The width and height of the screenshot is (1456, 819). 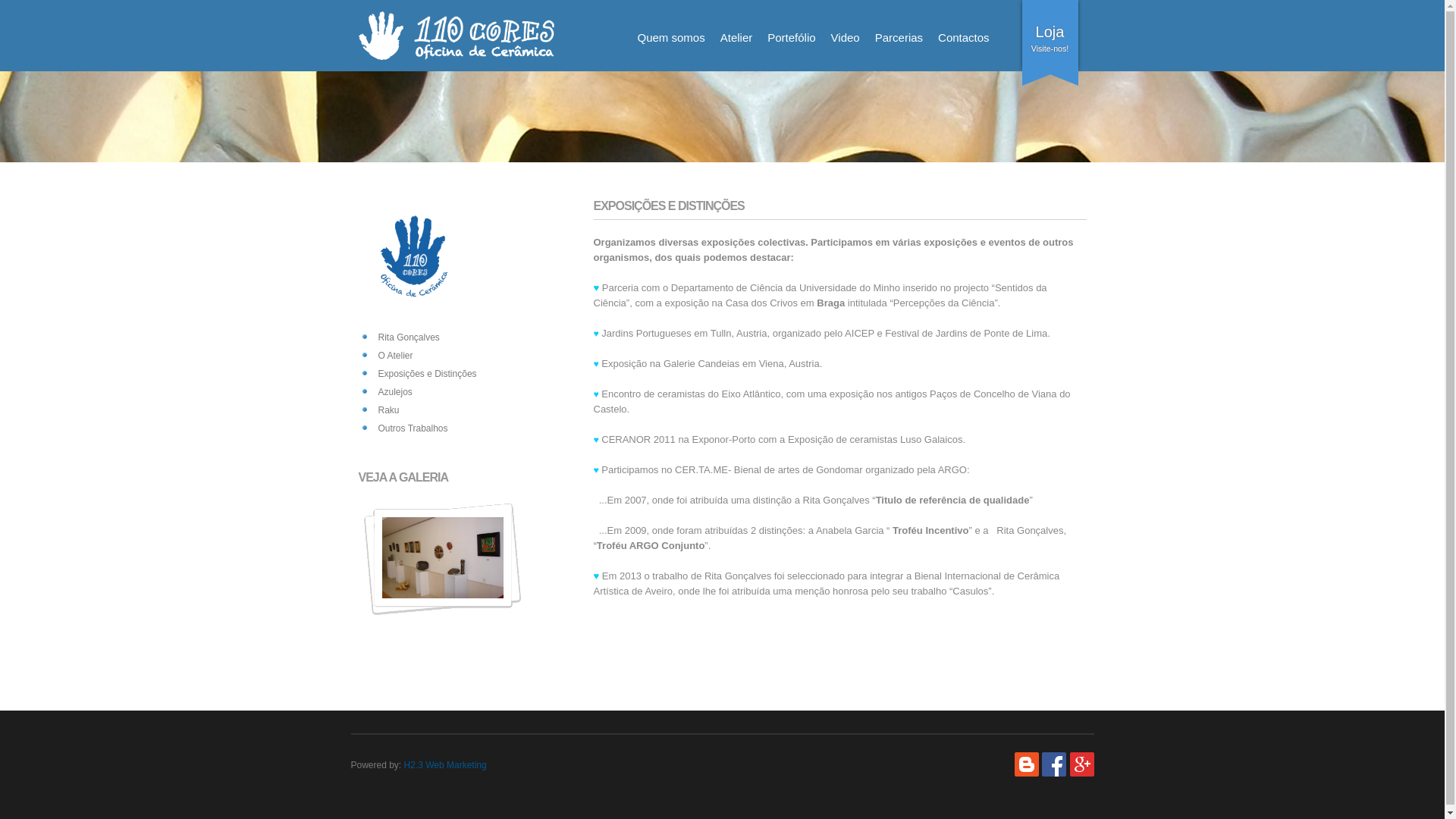 What do you see at coordinates (1080, 772) in the screenshot?
I see `'Google +'` at bounding box center [1080, 772].